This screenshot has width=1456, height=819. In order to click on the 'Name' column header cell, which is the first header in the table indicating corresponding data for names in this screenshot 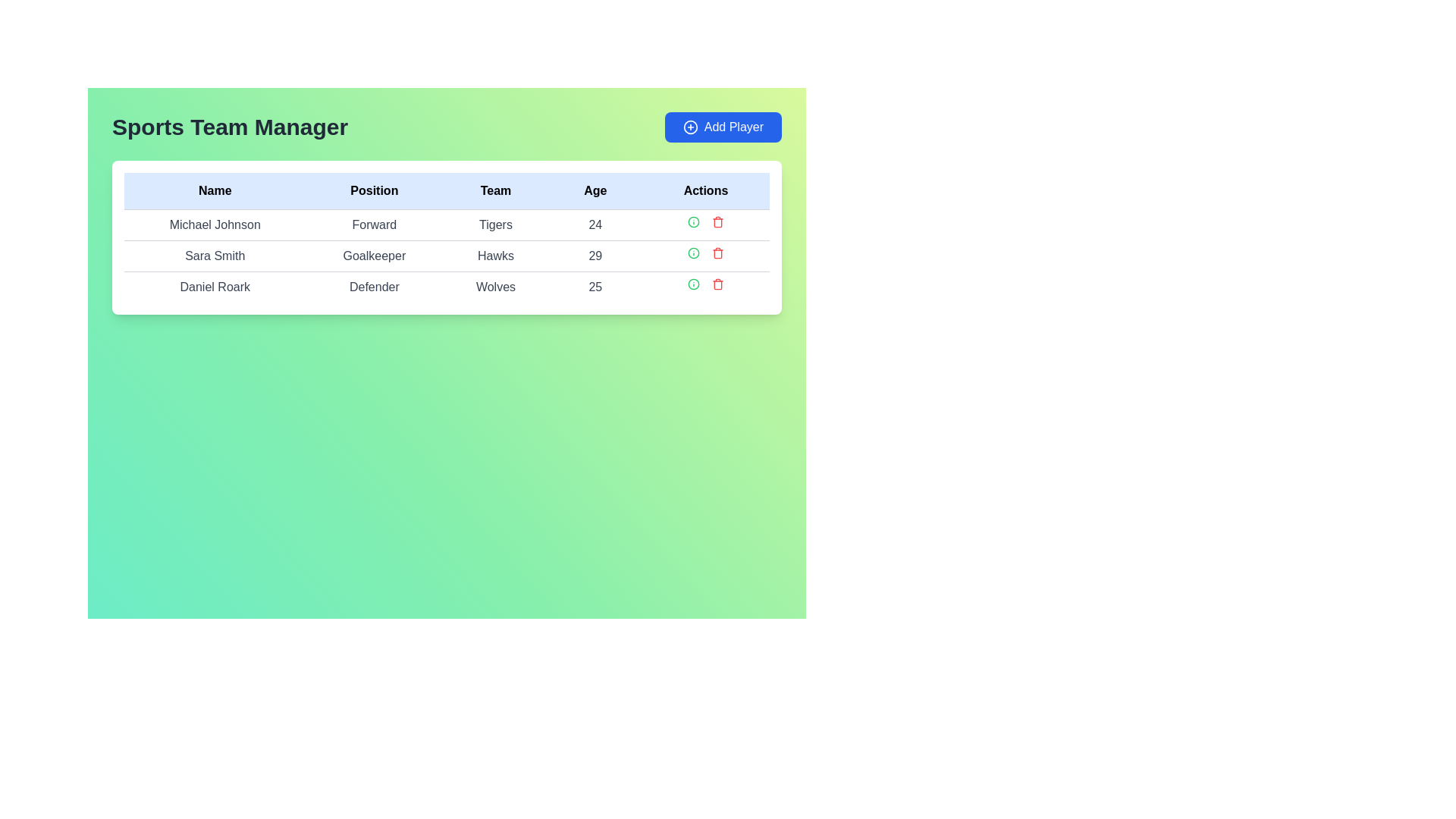, I will do `click(214, 190)`.